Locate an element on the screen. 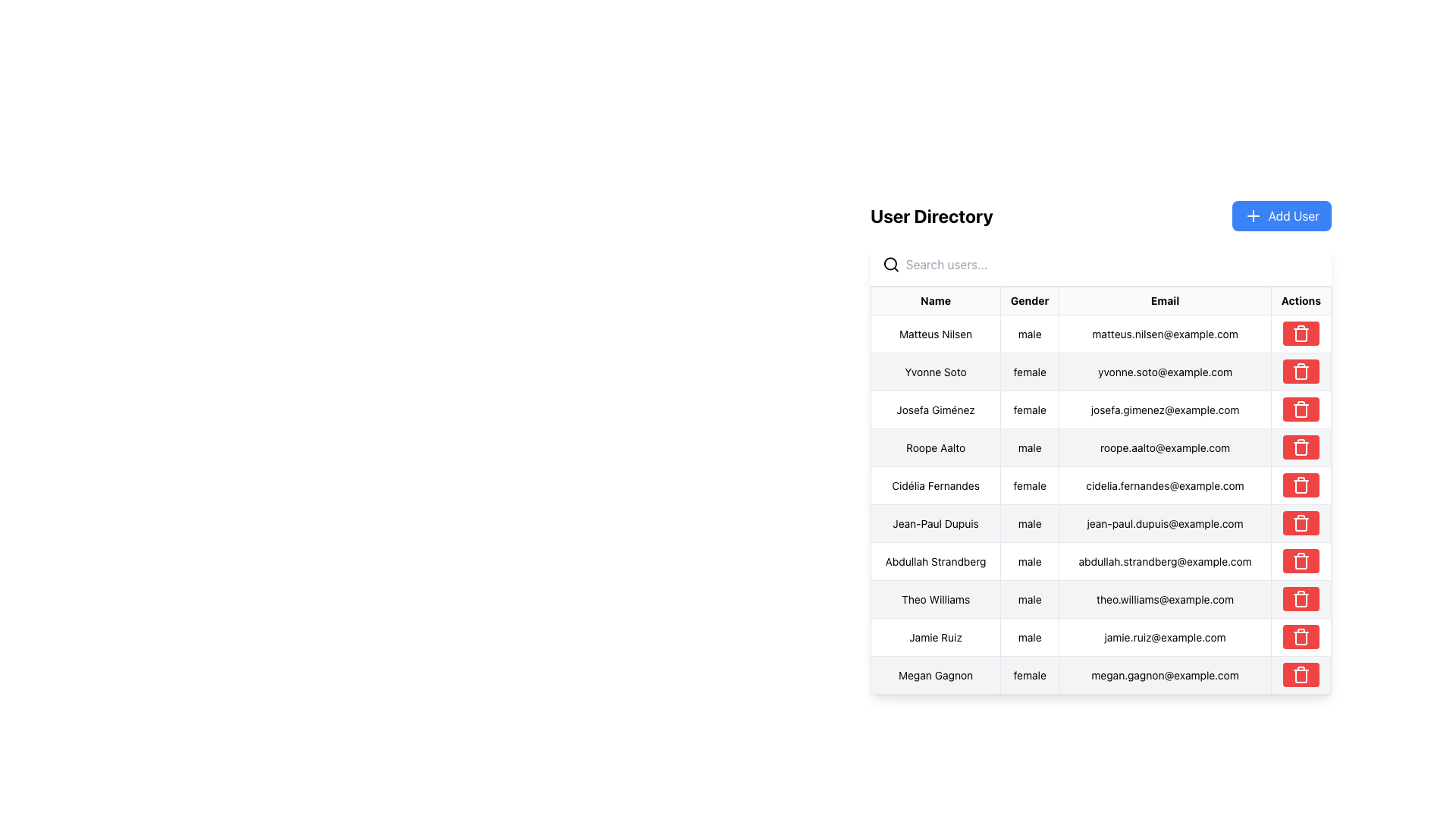  the gender information cell for user 'Yvonne Soto', which is the second cell in the row under the 'Gender' column is located at coordinates (1030, 372).